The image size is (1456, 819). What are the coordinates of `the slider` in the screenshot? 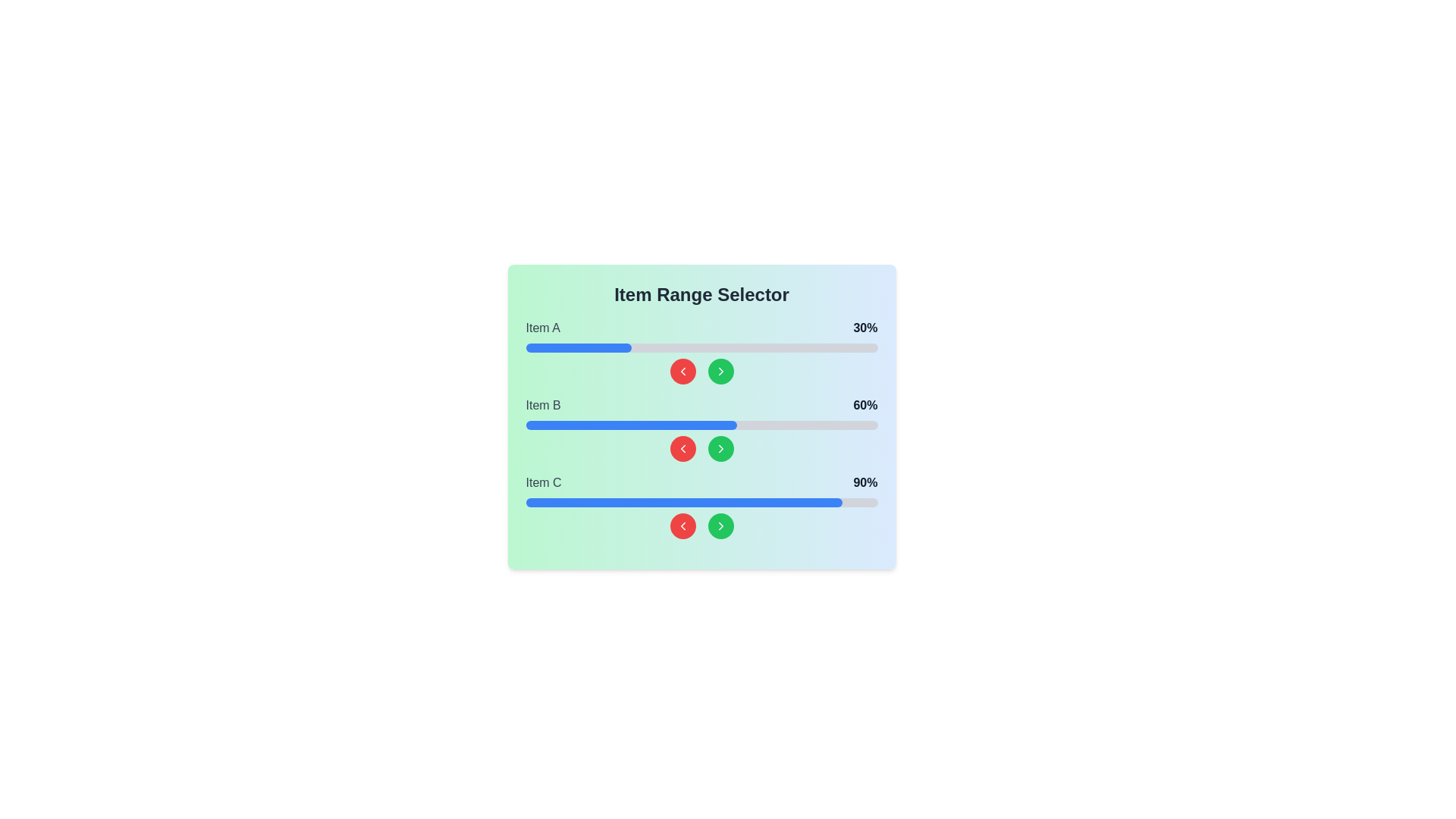 It's located at (588, 425).